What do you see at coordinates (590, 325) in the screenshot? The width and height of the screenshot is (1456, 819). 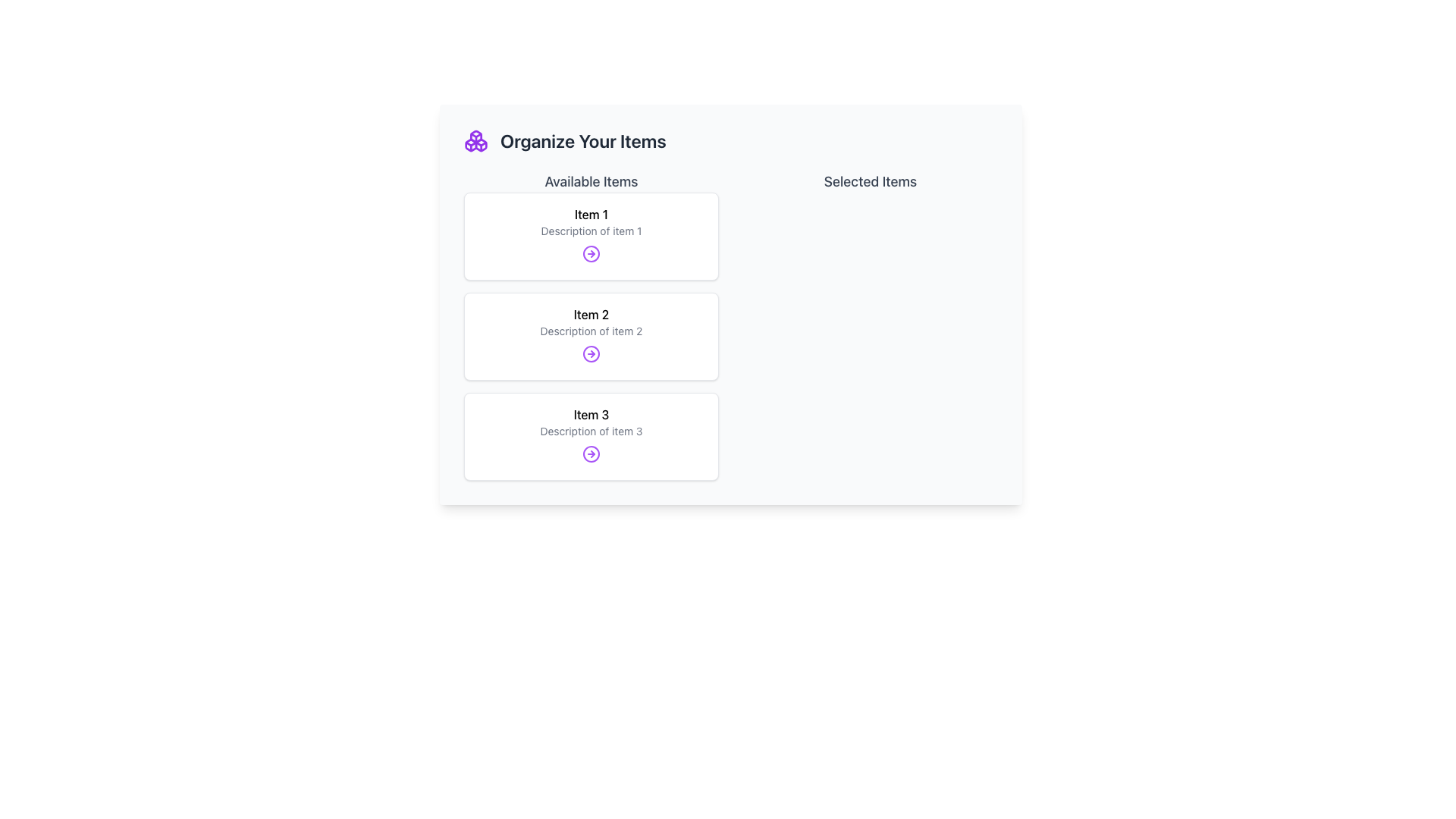 I see `the display card for 'Item 2' located in the 'Available Items' section` at bounding box center [590, 325].